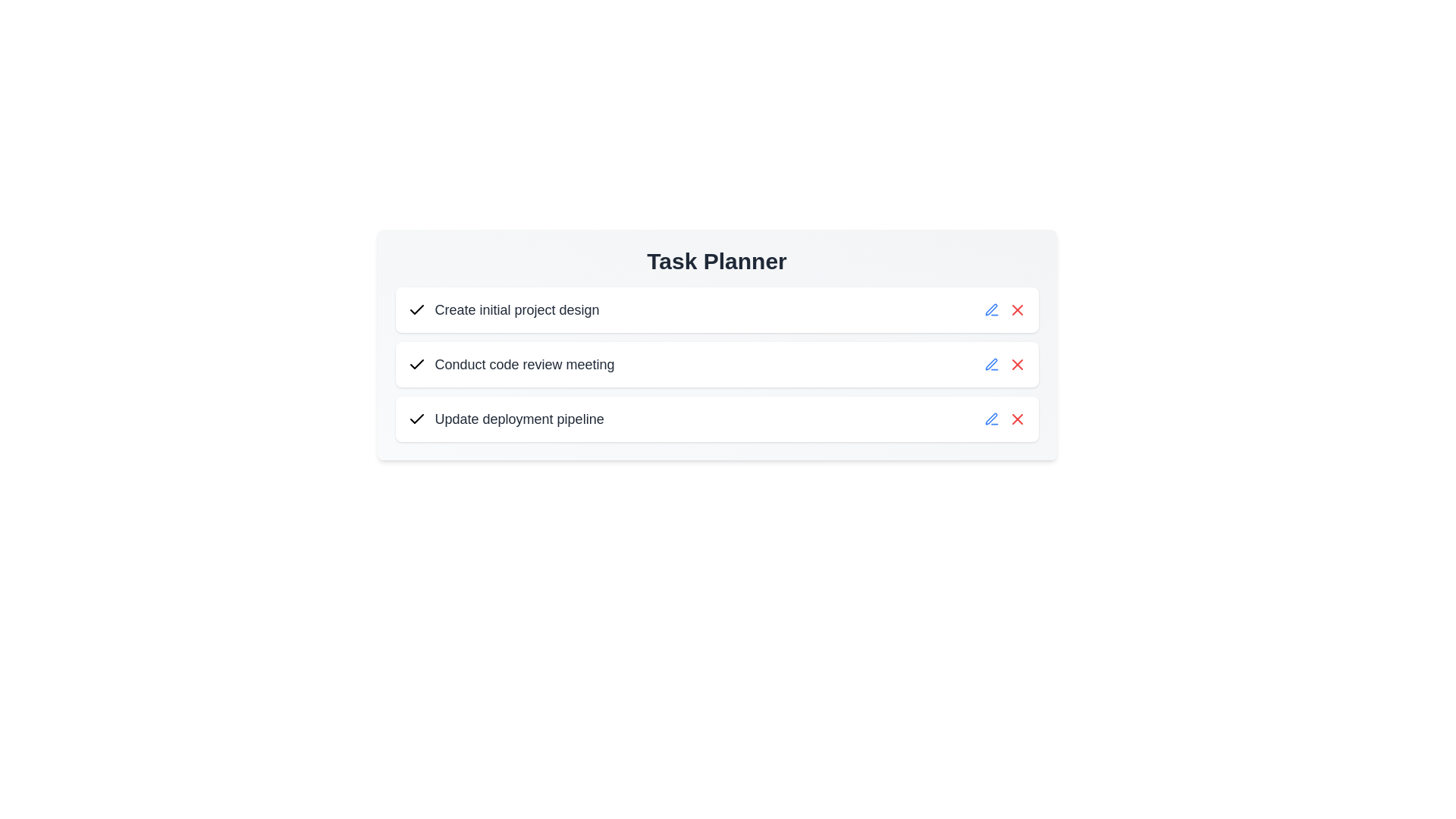 This screenshot has height=819, width=1456. I want to click on the 'Remove Task' button located at the right end of the last row in the task planner interface, specifically the third 'Remove' action for the row labeled 'Update deployment pipeline', so click(1017, 419).